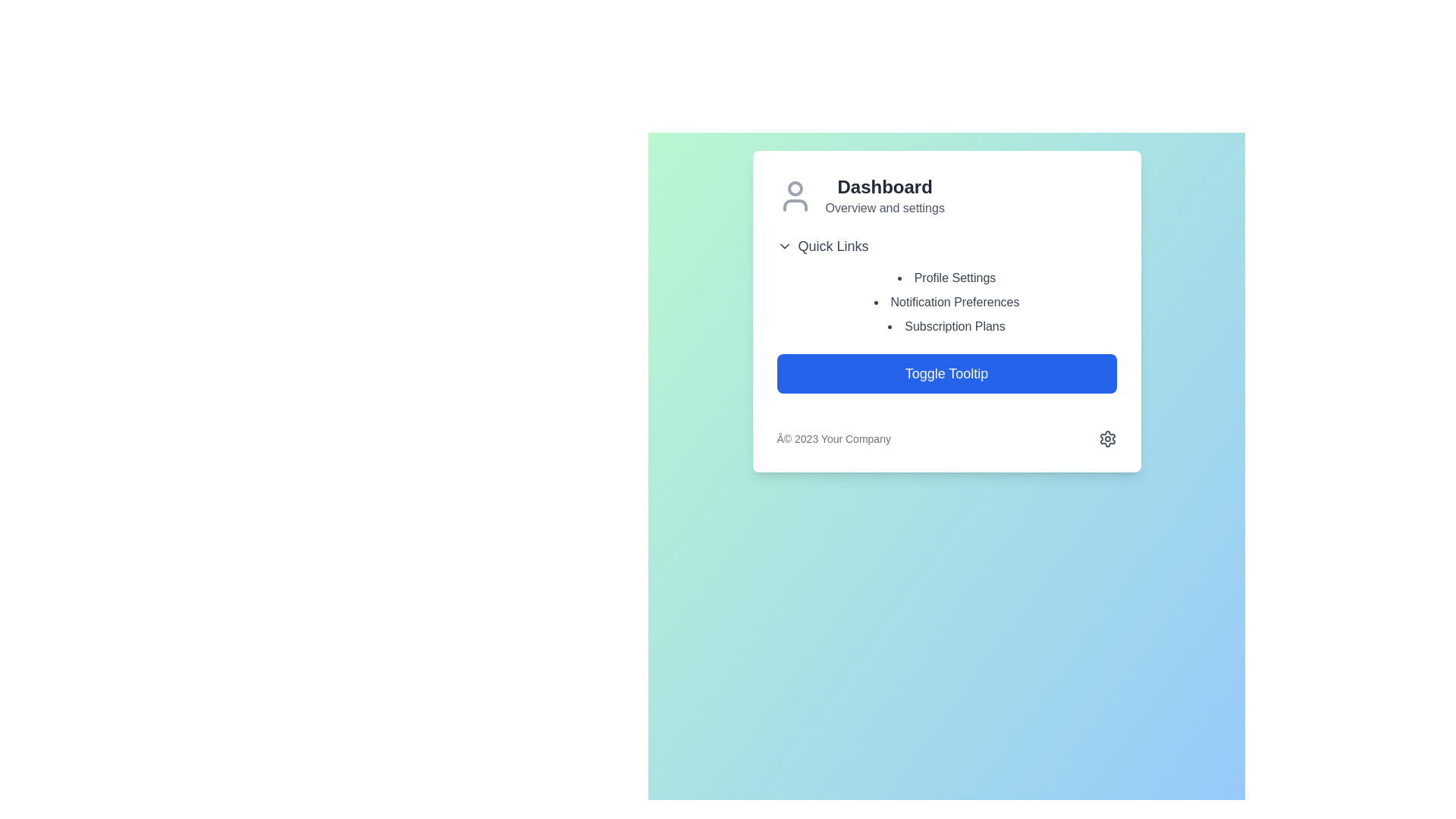  Describe the element at coordinates (1107, 438) in the screenshot. I see `the settings icon located at the bottom-right corner of the interface, which serves as a graphical representation for accessing settings or configuration options` at that location.